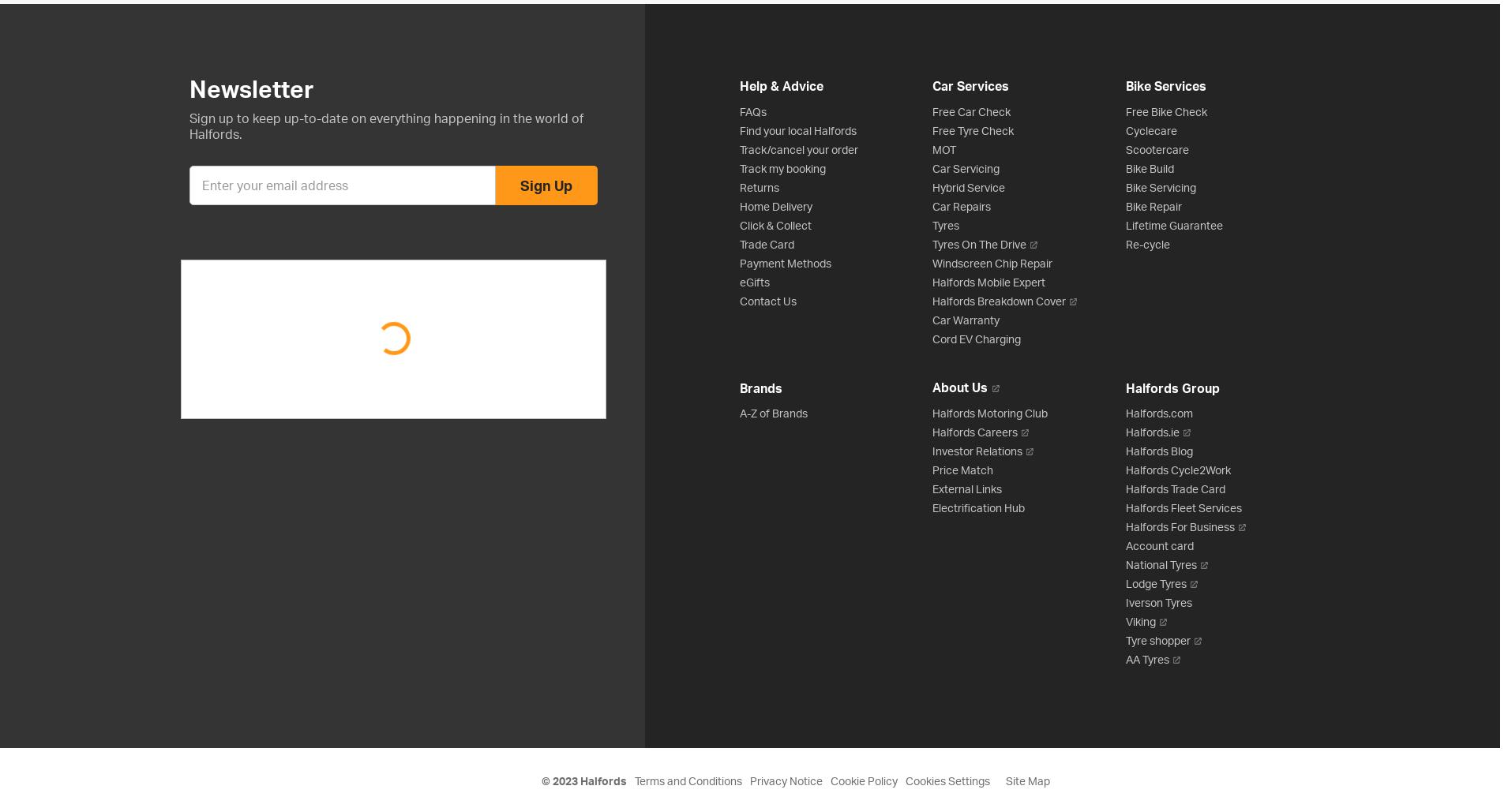  Describe the element at coordinates (1173, 224) in the screenshot. I see `'Lifetime Guarantee'` at that location.